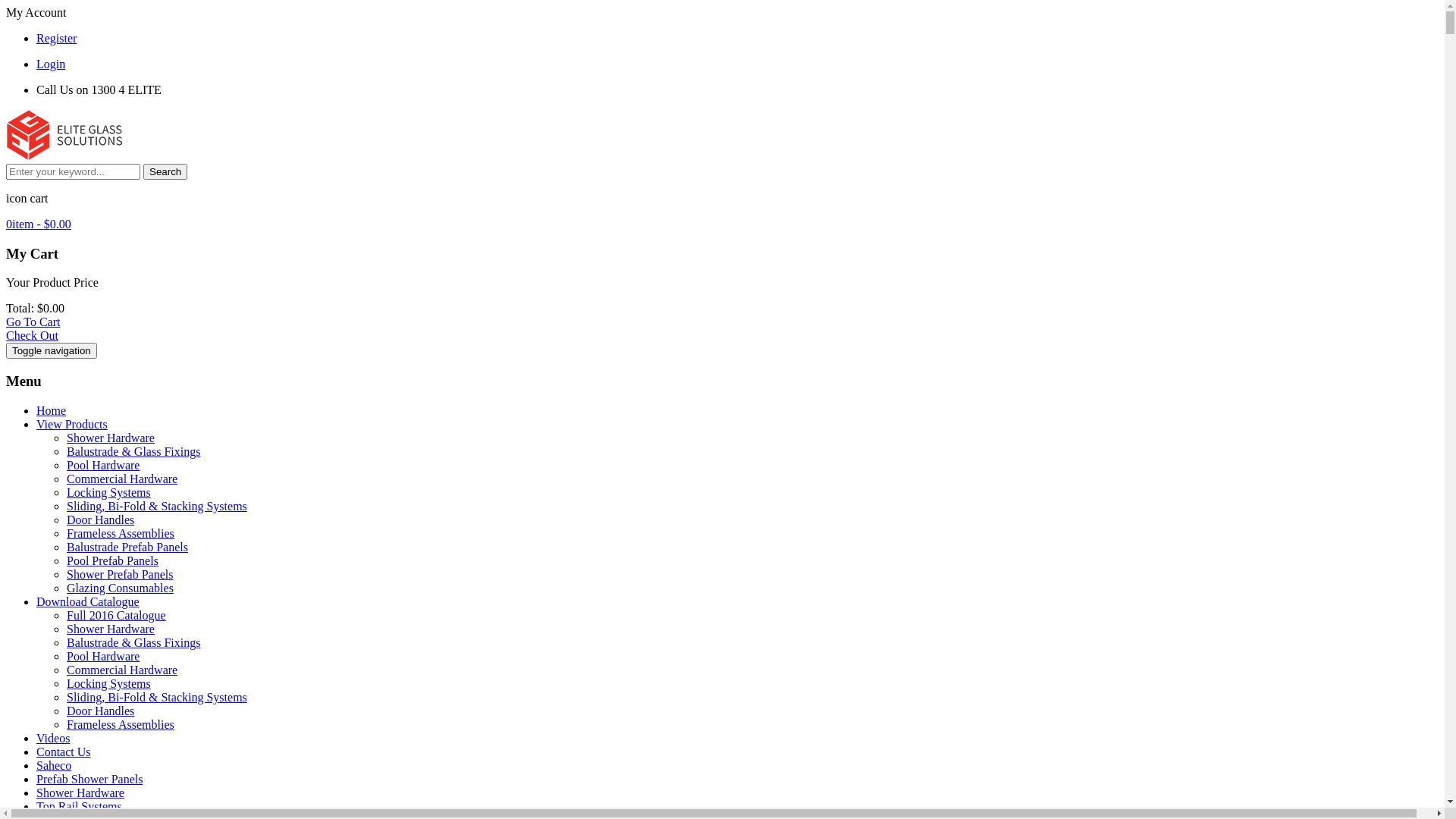 This screenshot has width=1456, height=819. What do you see at coordinates (165, 171) in the screenshot?
I see `'Search'` at bounding box center [165, 171].